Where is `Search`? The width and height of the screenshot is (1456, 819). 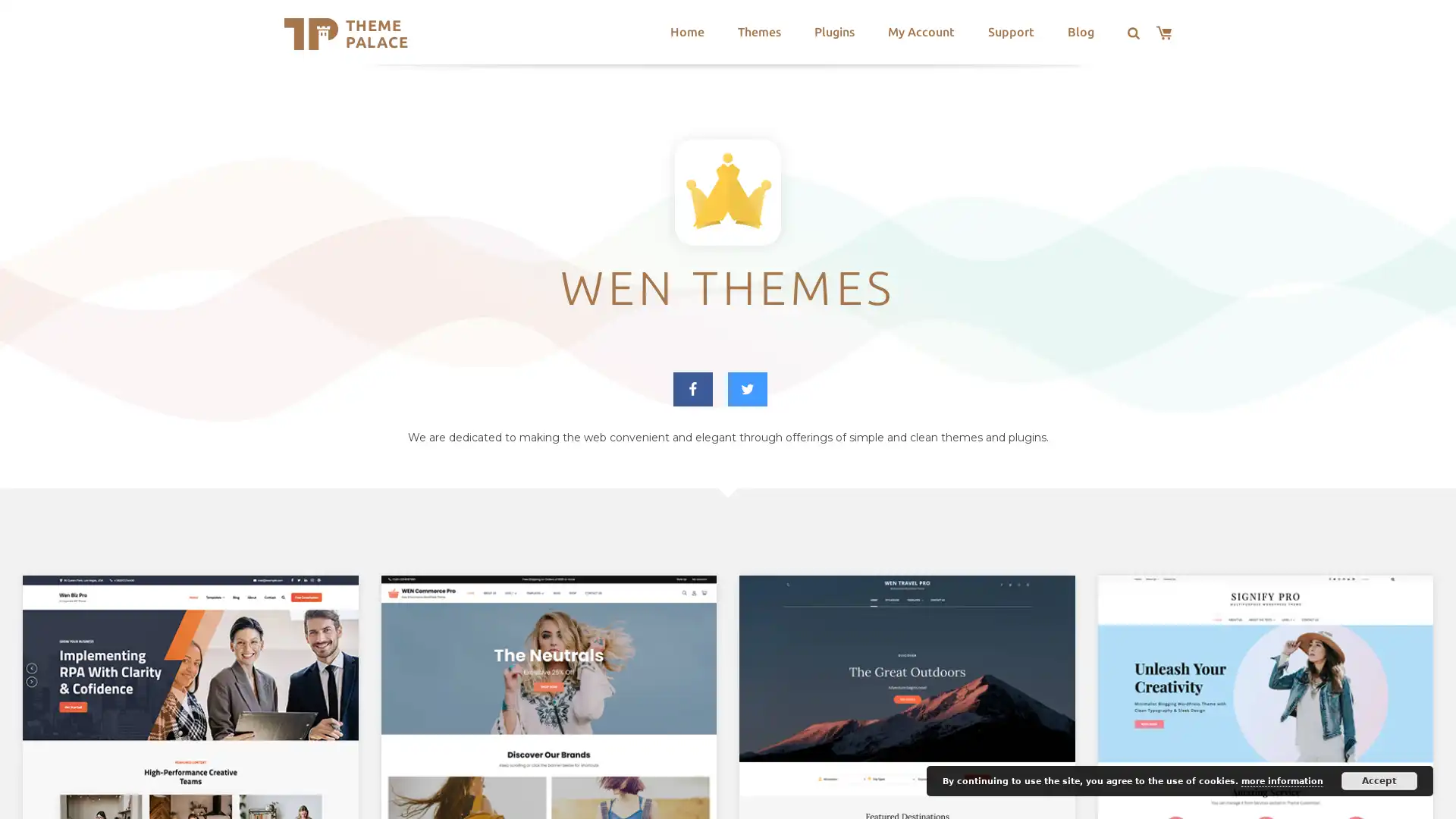 Search is located at coordinates (468, 34).